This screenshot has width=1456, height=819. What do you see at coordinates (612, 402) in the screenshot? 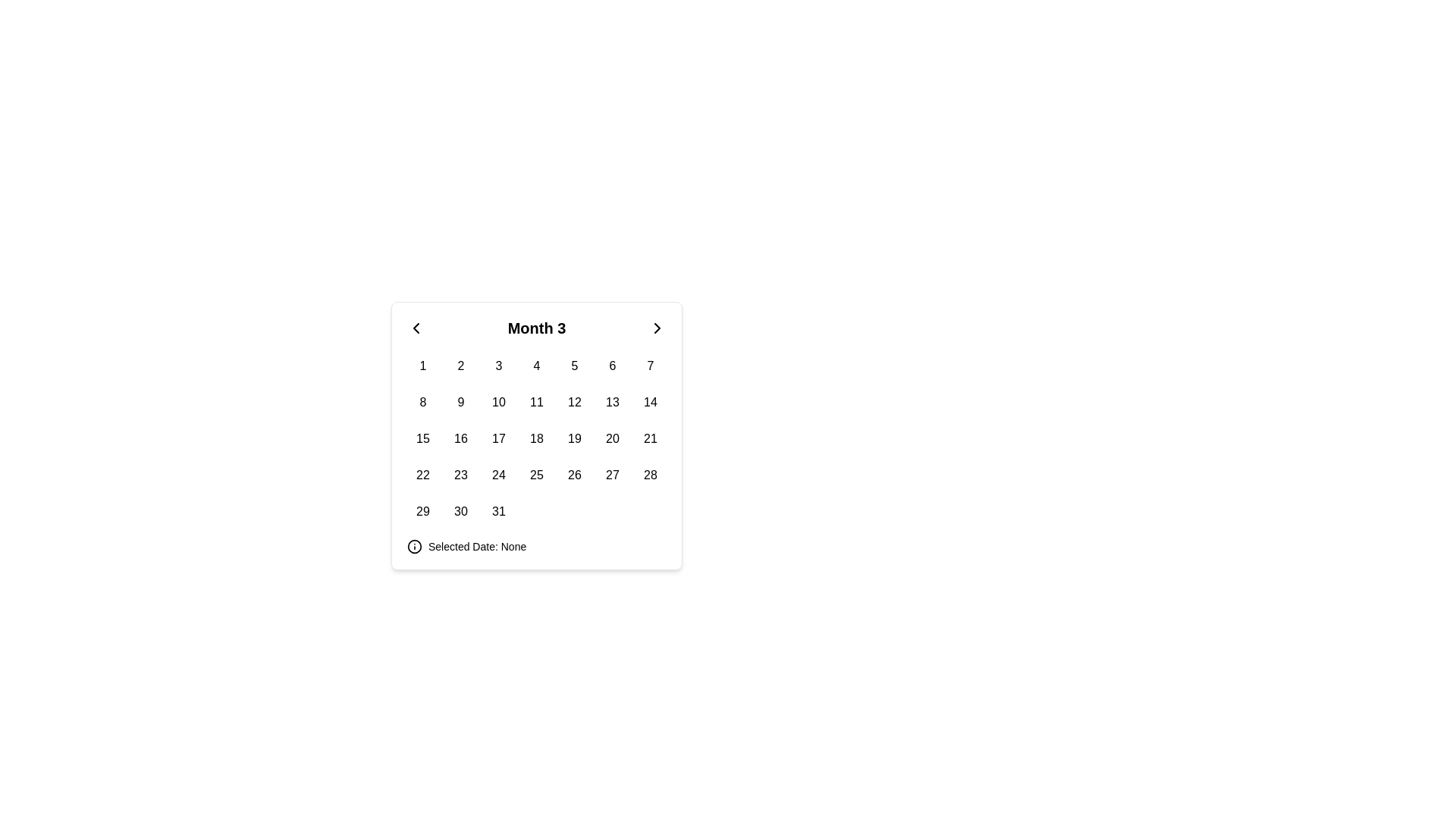
I see `the square-shaped button displaying the numeral '13' in the second row and sixth column of a grid under the title 'Month 3'` at bounding box center [612, 402].